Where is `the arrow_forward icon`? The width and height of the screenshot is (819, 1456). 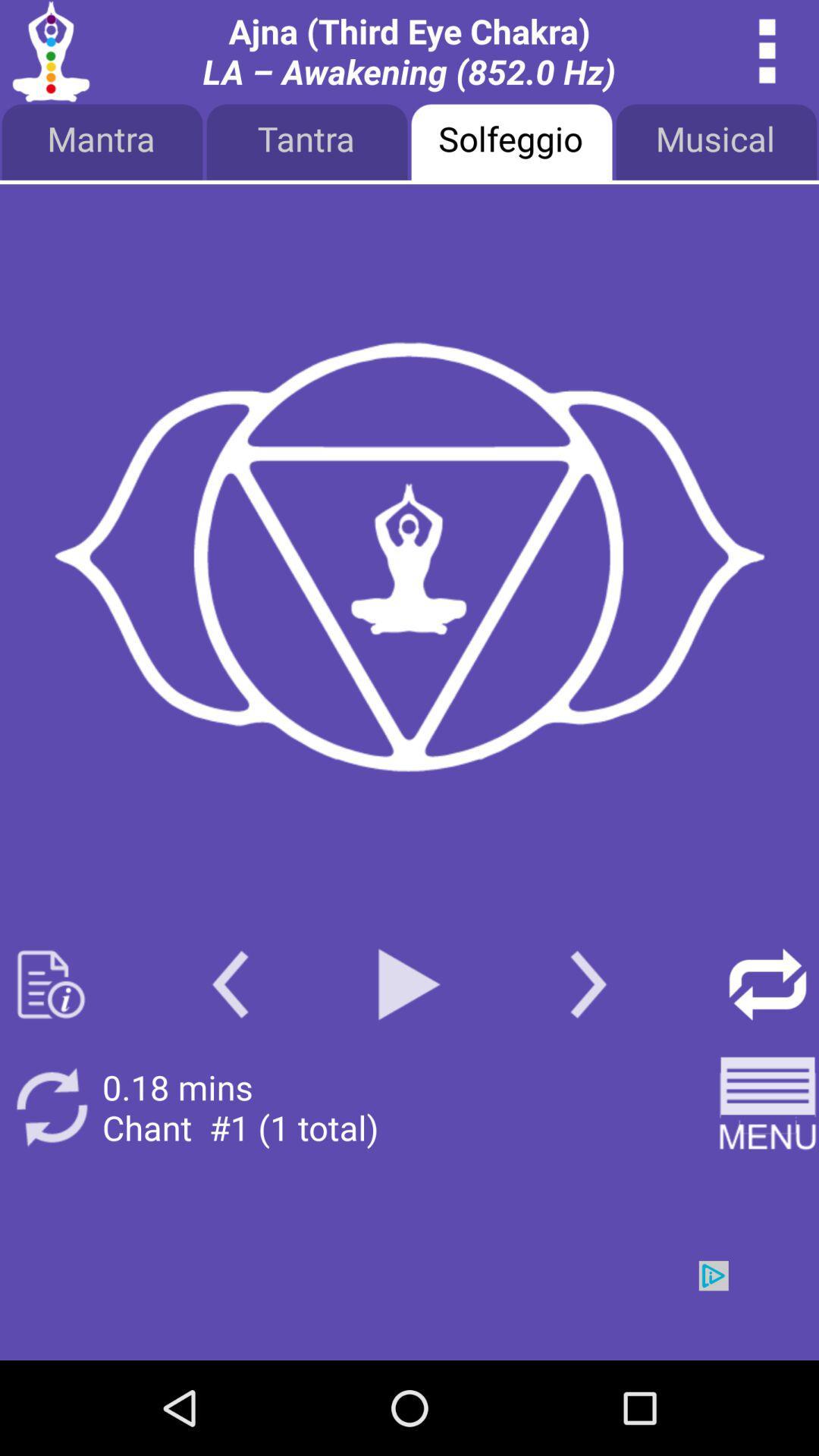
the arrow_forward icon is located at coordinates (588, 1053).